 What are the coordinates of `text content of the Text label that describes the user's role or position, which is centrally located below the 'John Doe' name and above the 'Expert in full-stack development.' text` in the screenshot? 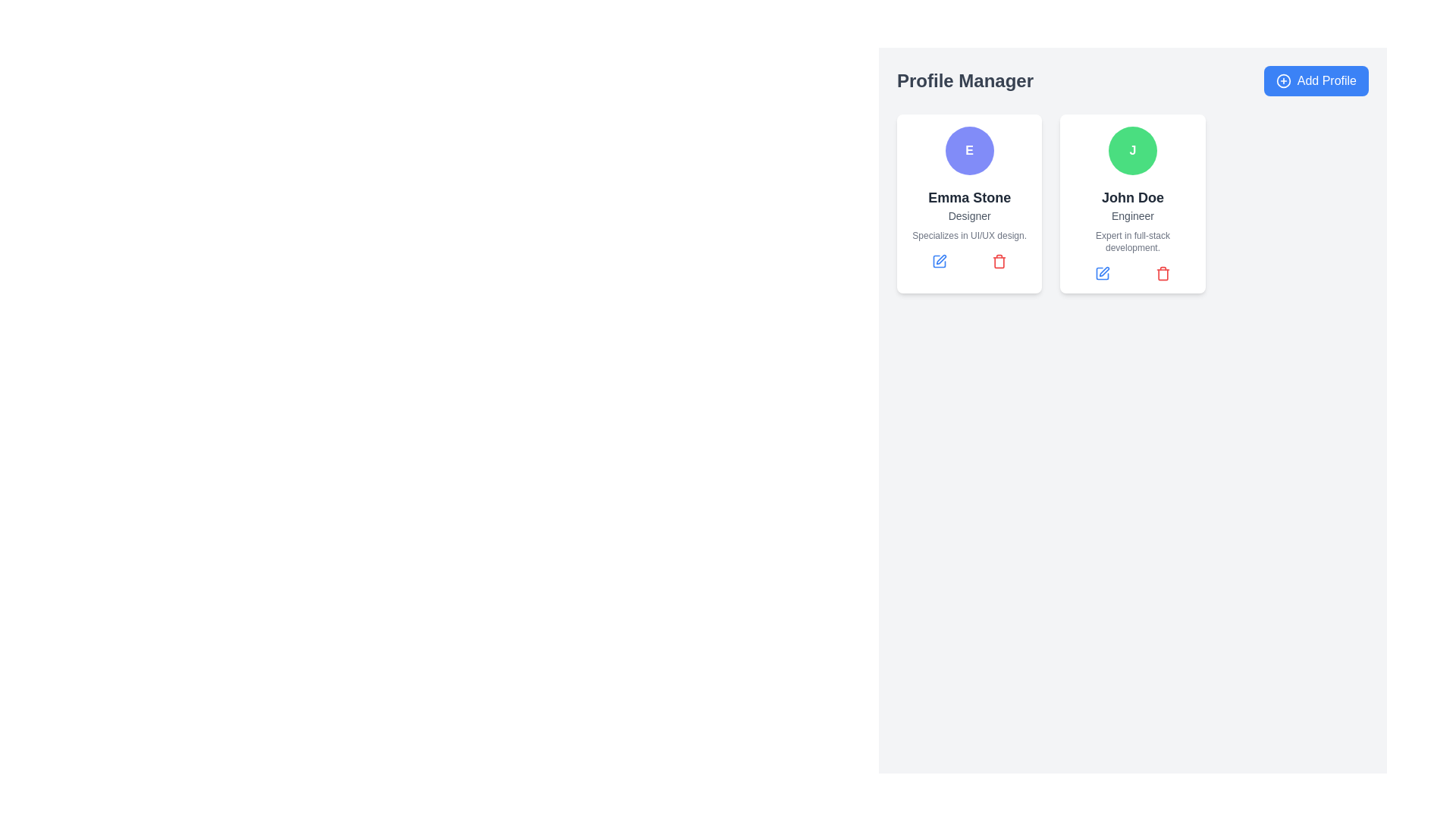 It's located at (1132, 216).